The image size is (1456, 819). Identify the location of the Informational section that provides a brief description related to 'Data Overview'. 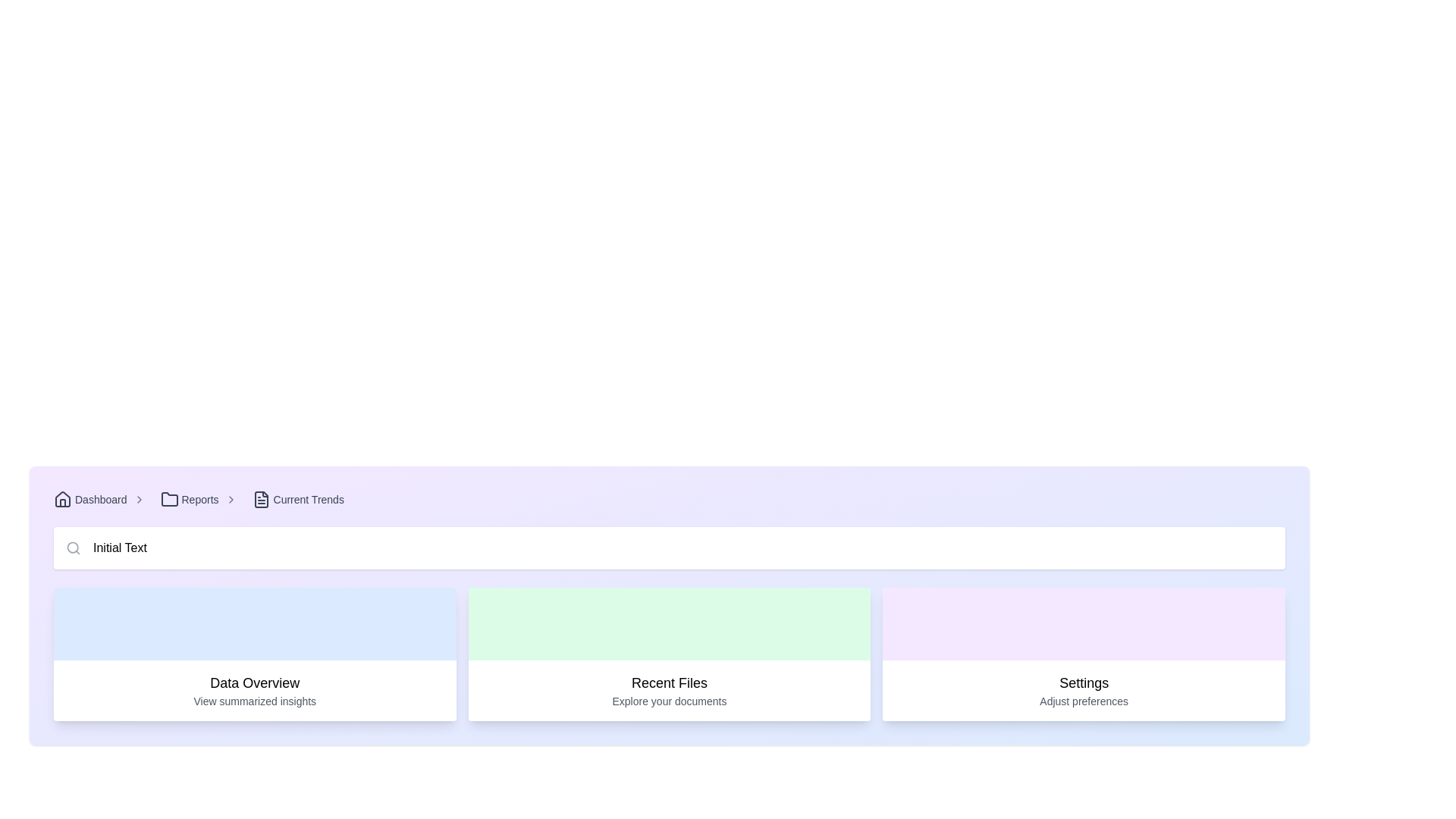
(255, 690).